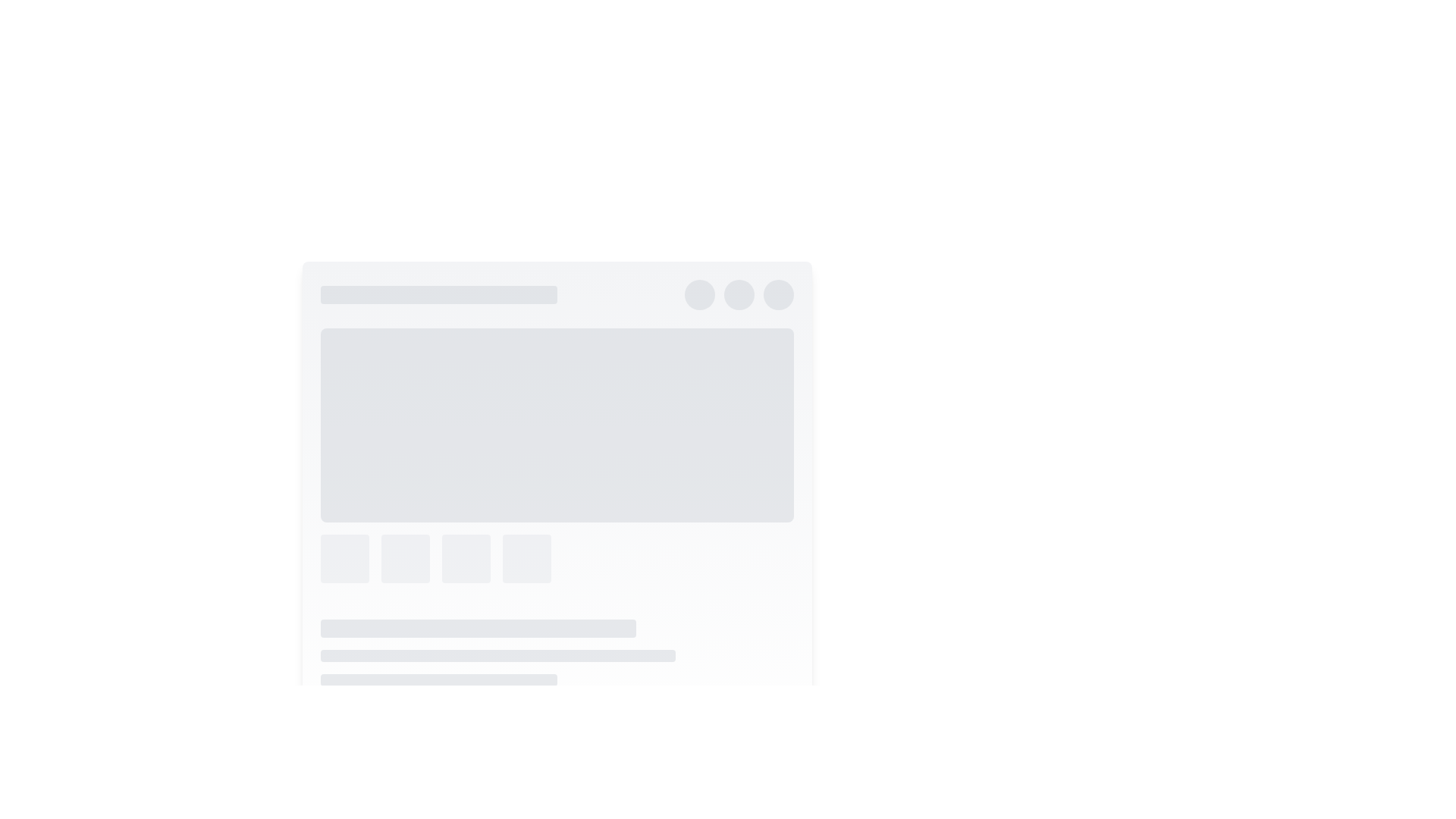 The width and height of the screenshot is (1456, 819). Describe the element at coordinates (438, 295) in the screenshot. I see `the static visual placeholder or decorative line, which is a rectangular bar with a light gray background and rounded shape, located at the top section of the layout` at that location.